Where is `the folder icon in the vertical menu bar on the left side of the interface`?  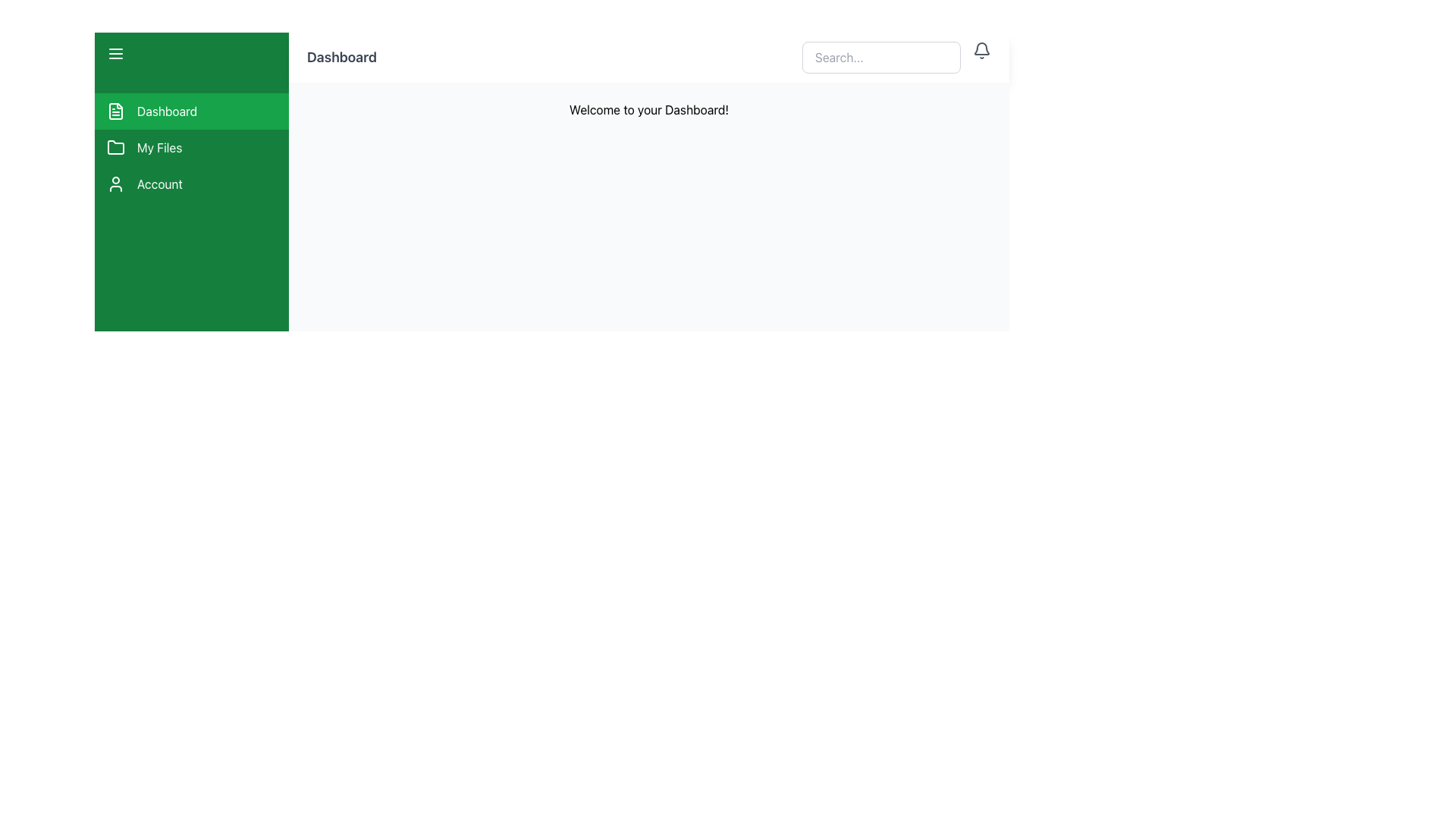 the folder icon in the vertical menu bar on the left side of the interface is located at coordinates (115, 147).